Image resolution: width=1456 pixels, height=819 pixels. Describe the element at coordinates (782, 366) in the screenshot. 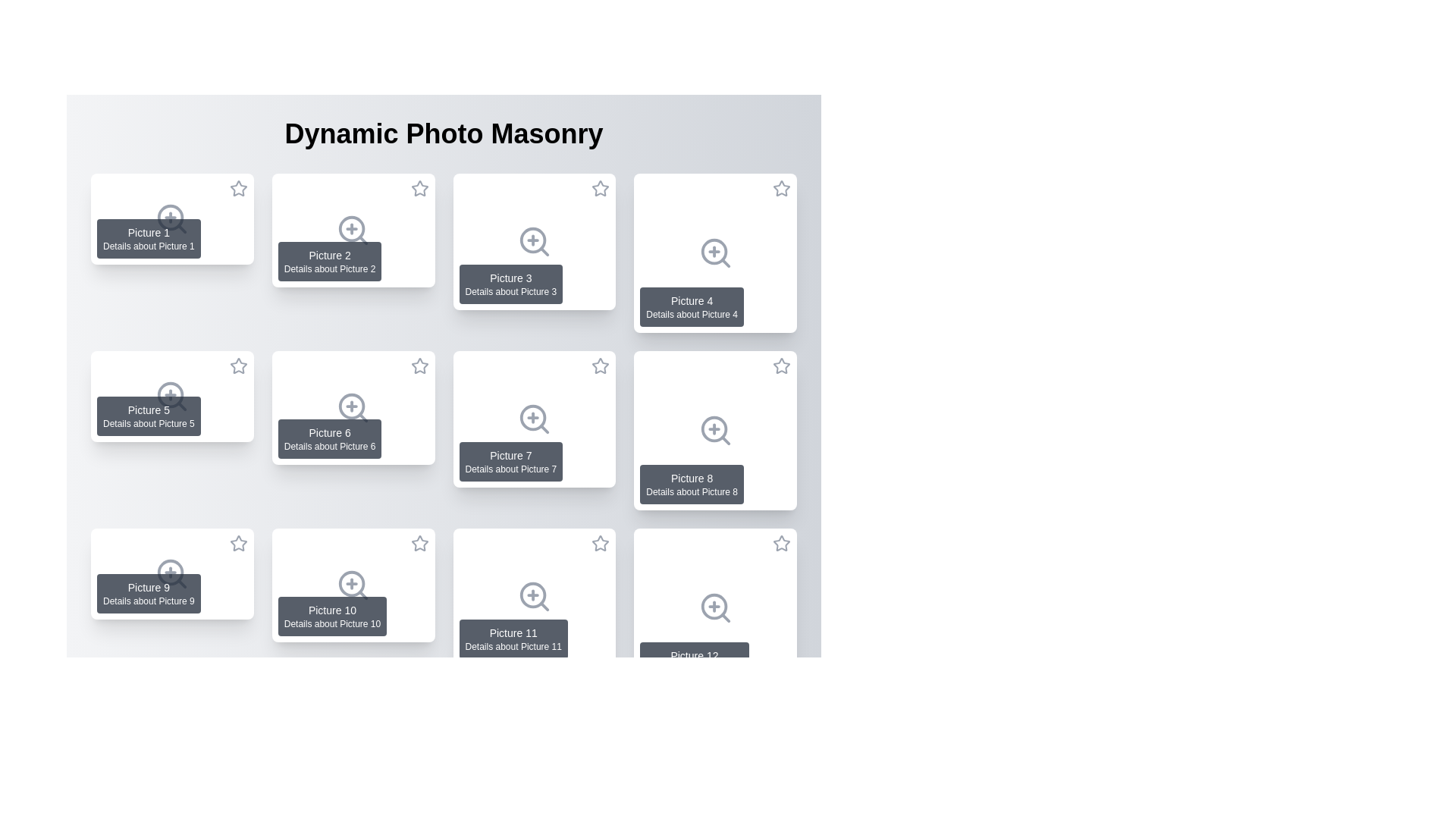

I see `the star icon located in the top-right corner of the eighth grid item in the 'Dynamic Photo Masonry' layout` at that location.